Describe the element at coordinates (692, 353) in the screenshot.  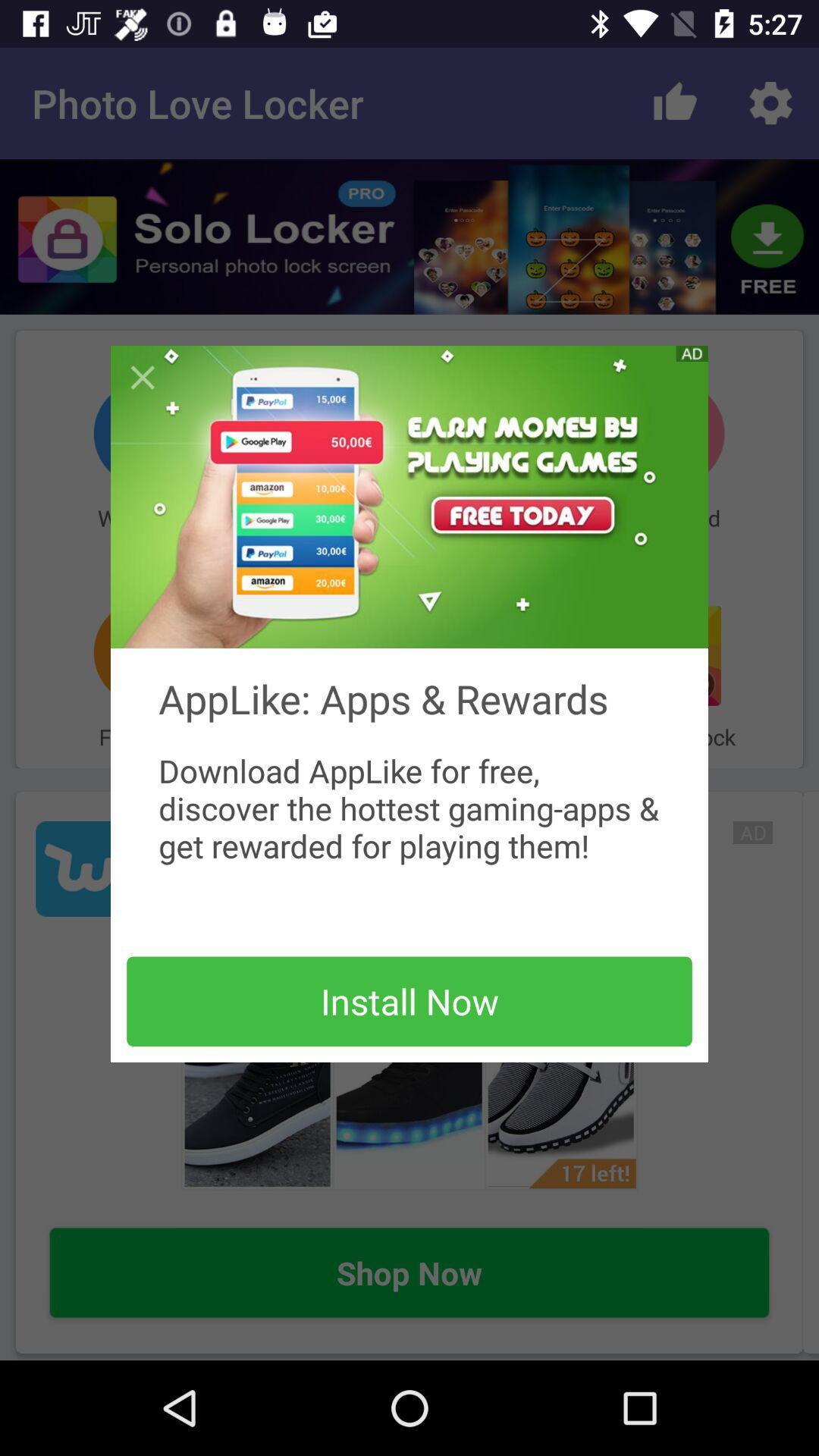
I see `advertisement button` at that location.